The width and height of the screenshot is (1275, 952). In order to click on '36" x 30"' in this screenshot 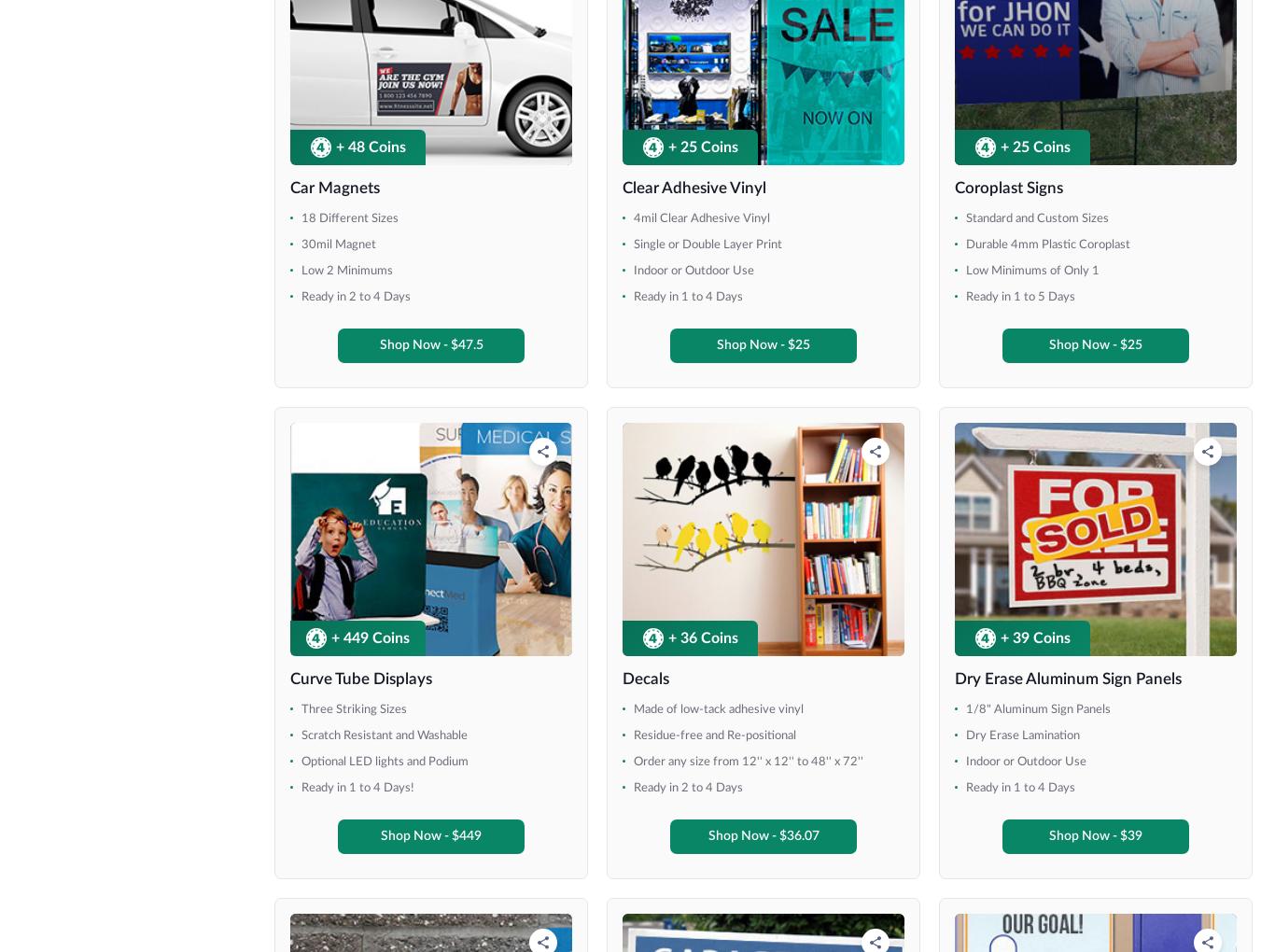, I will do `click(77, 940)`.